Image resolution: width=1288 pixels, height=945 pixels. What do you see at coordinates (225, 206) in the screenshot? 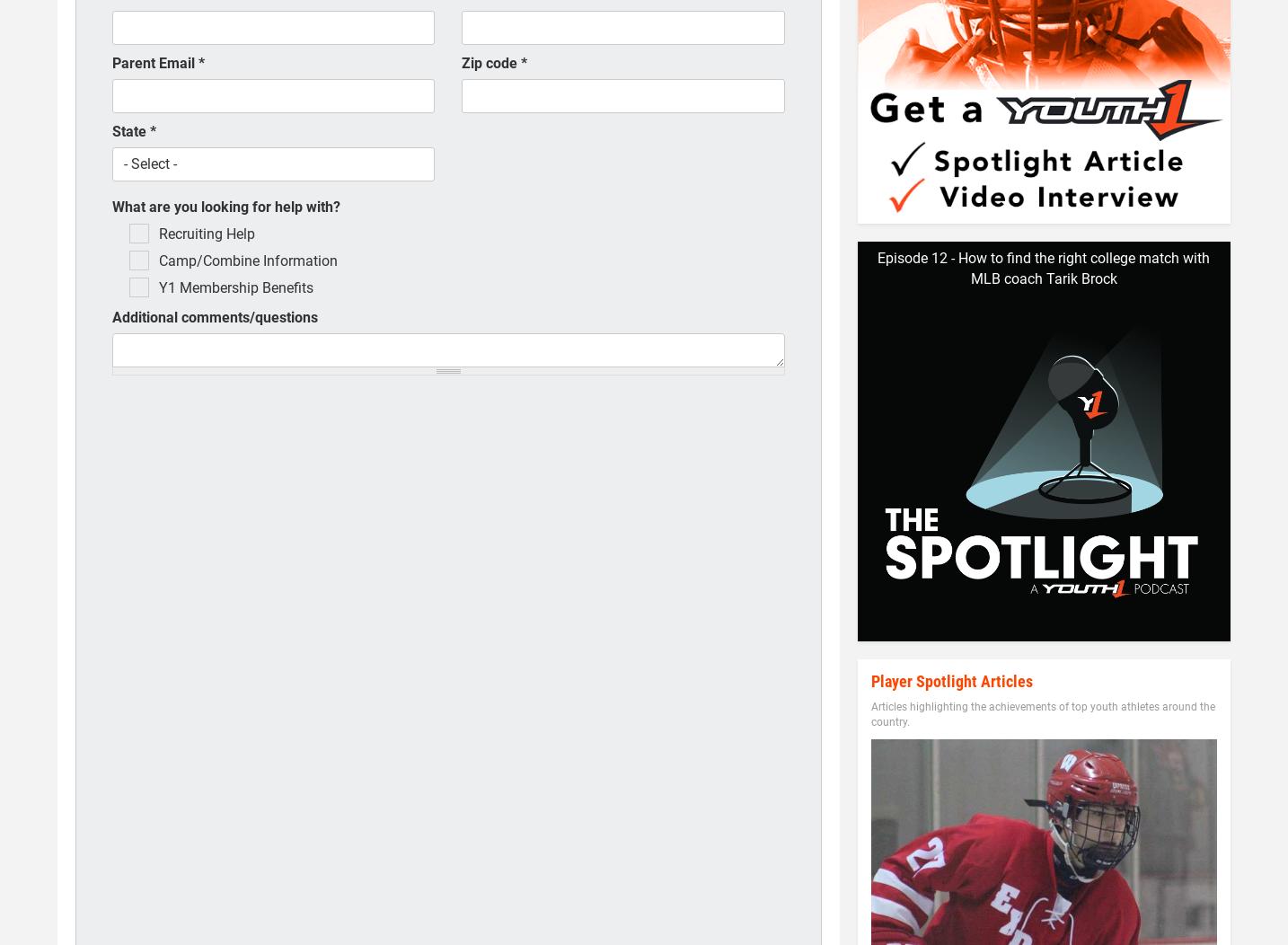
I see `'What are you looking for help with?'` at bounding box center [225, 206].